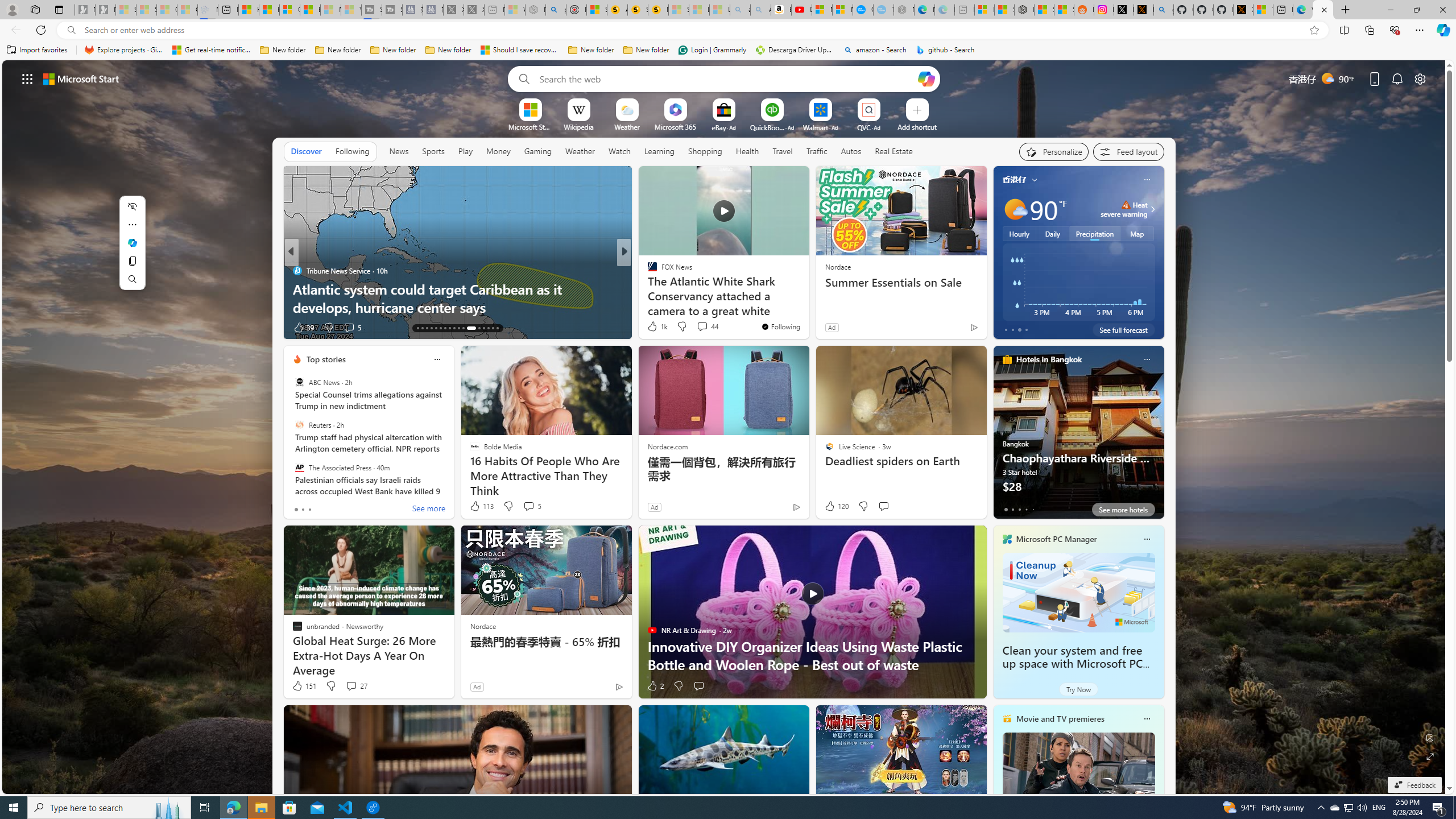 The height and width of the screenshot is (819, 1456). What do you see at coordinates (303, 686) in the screenshot?
I see `'151 Like'` at bounding box center [303, 686].